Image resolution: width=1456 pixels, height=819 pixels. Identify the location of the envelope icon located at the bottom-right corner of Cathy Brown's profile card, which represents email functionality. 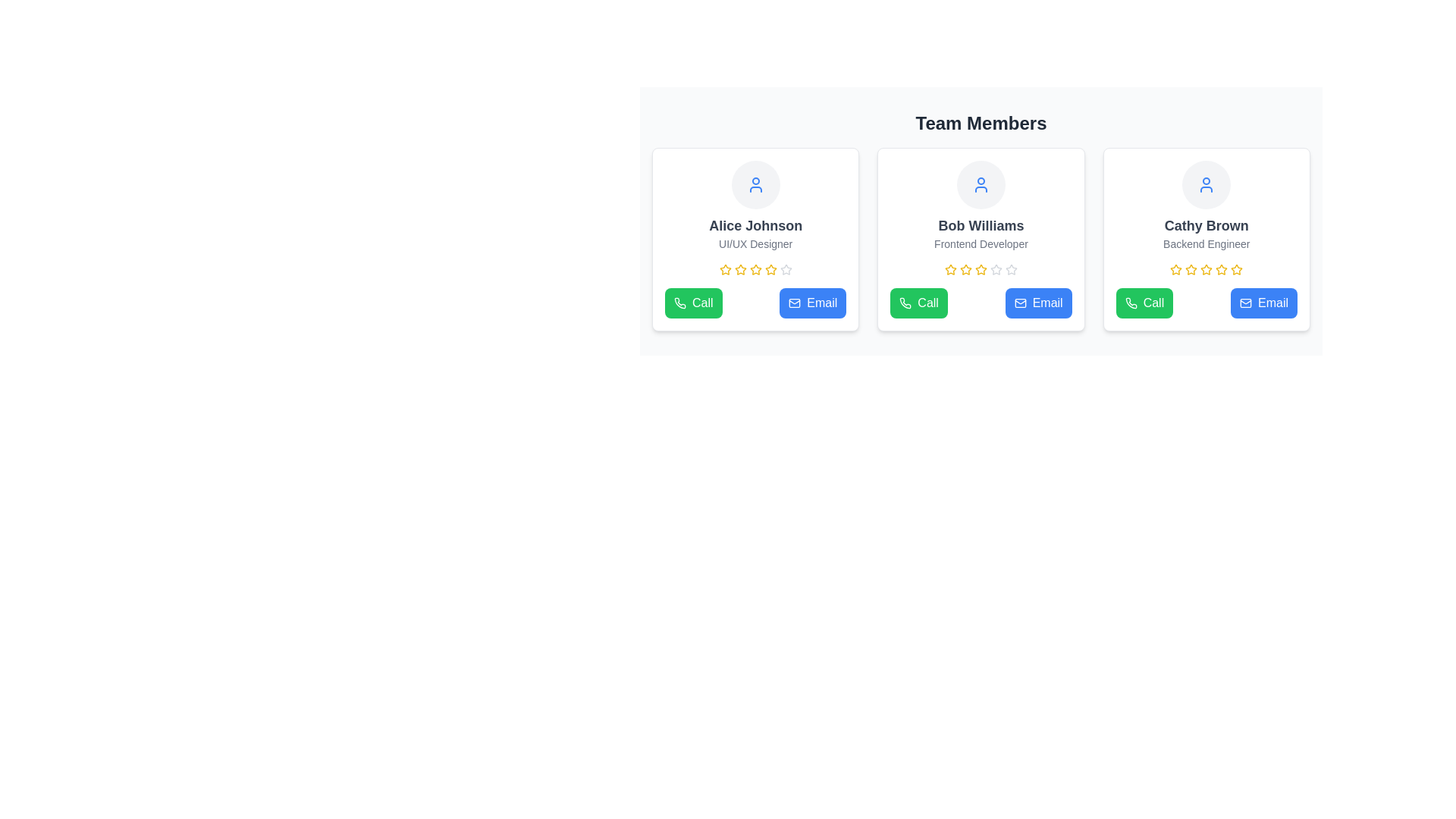
(1245, 303).